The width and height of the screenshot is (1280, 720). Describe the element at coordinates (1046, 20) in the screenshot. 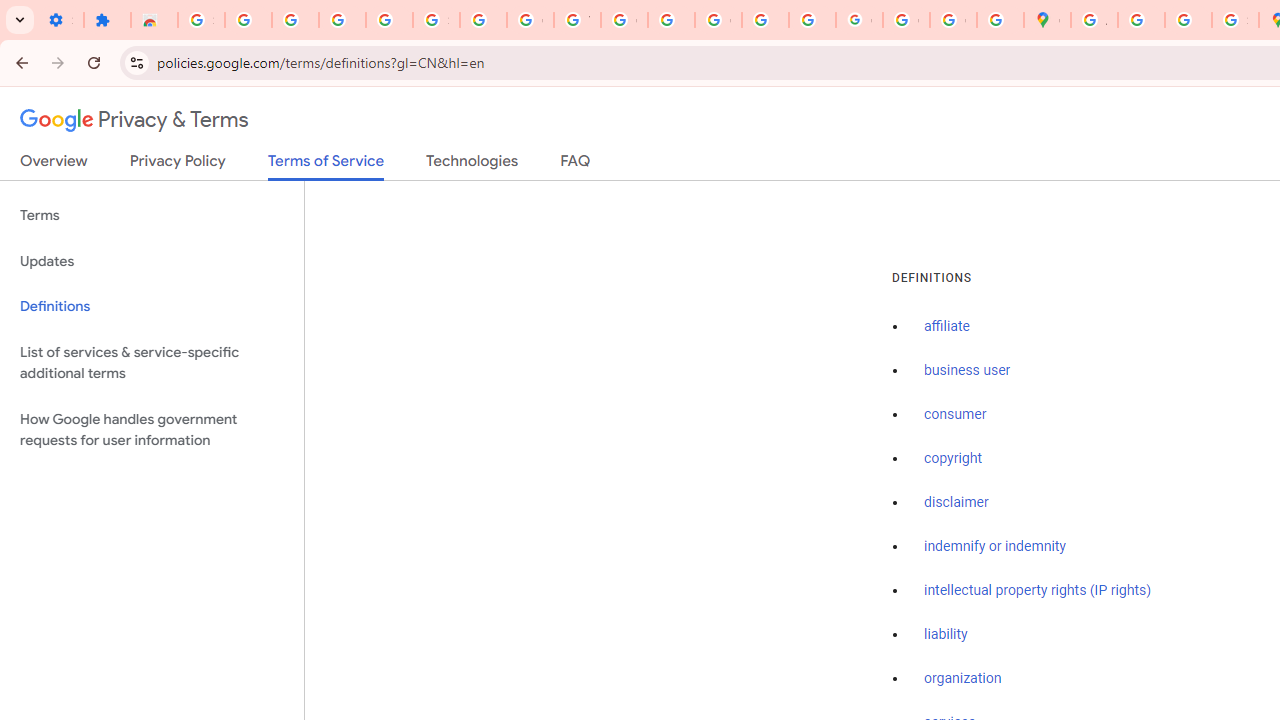

I see `'Google Maps'` at that location.